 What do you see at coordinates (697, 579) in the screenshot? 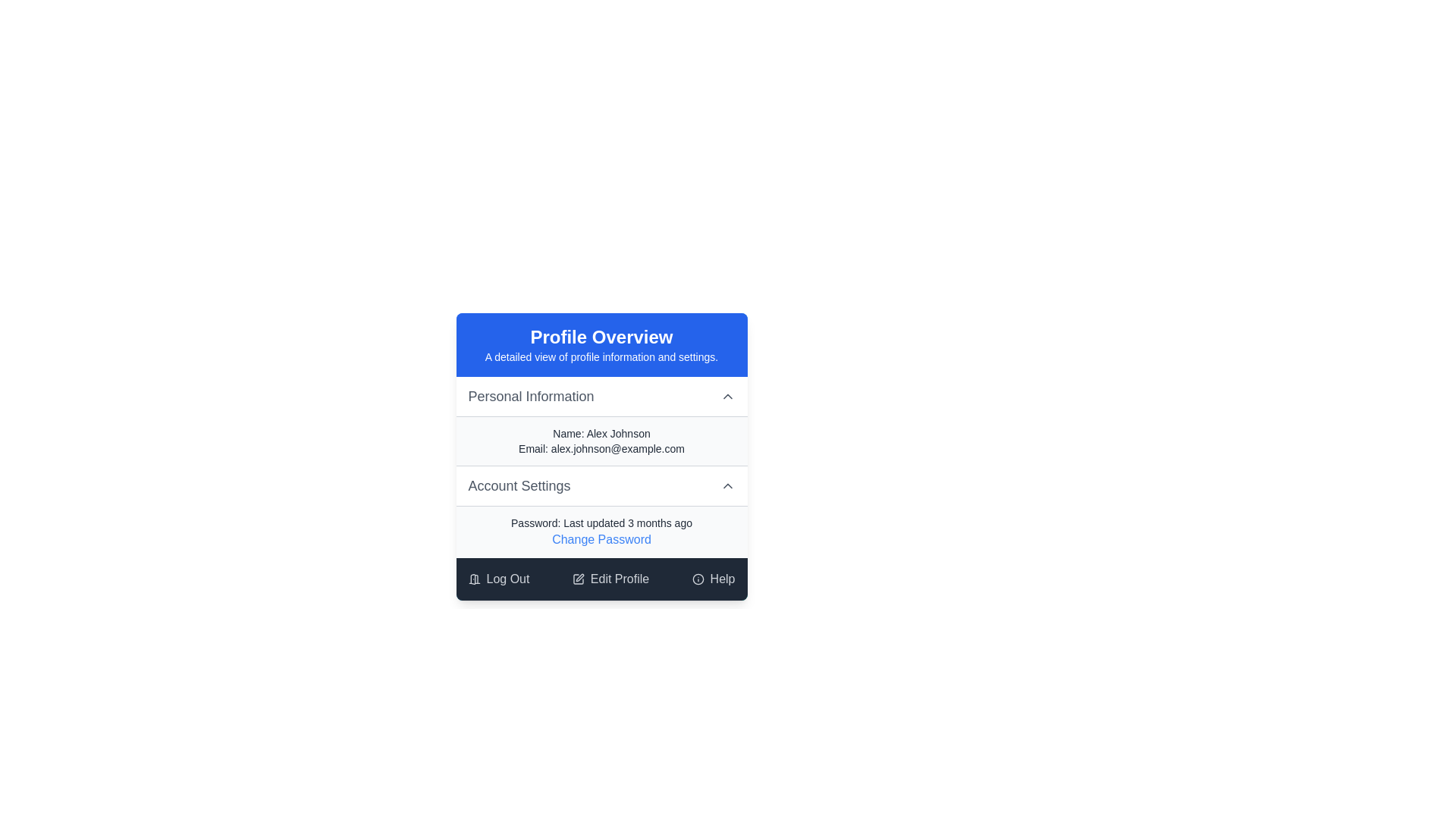
I see `the circular icon located in the bottom-right corner of the action bar, which is associated with the 'Help' button` at bounding box center [697, 579].